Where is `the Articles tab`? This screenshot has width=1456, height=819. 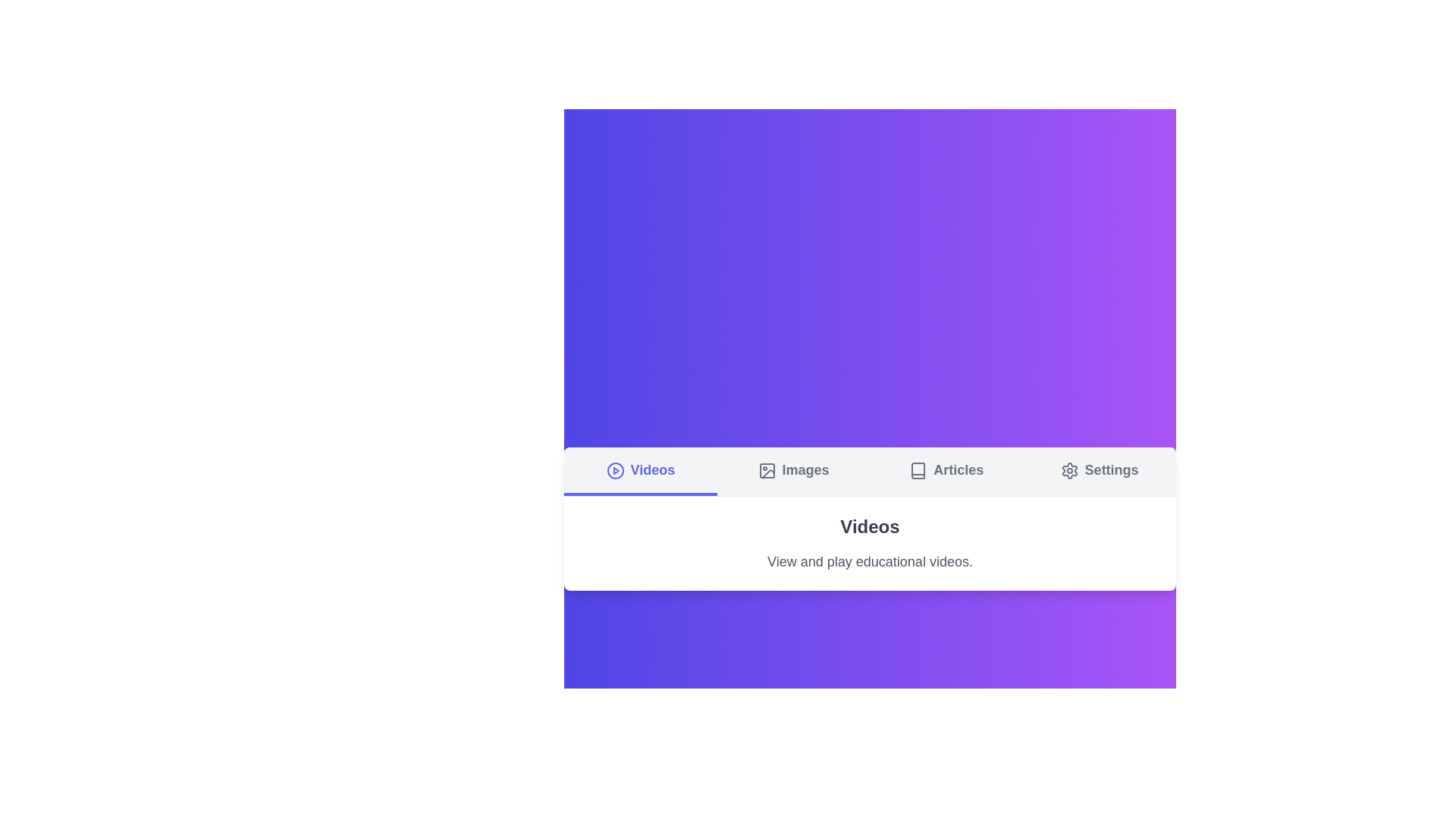
the Articles tab is located at coordinates (946, 470).